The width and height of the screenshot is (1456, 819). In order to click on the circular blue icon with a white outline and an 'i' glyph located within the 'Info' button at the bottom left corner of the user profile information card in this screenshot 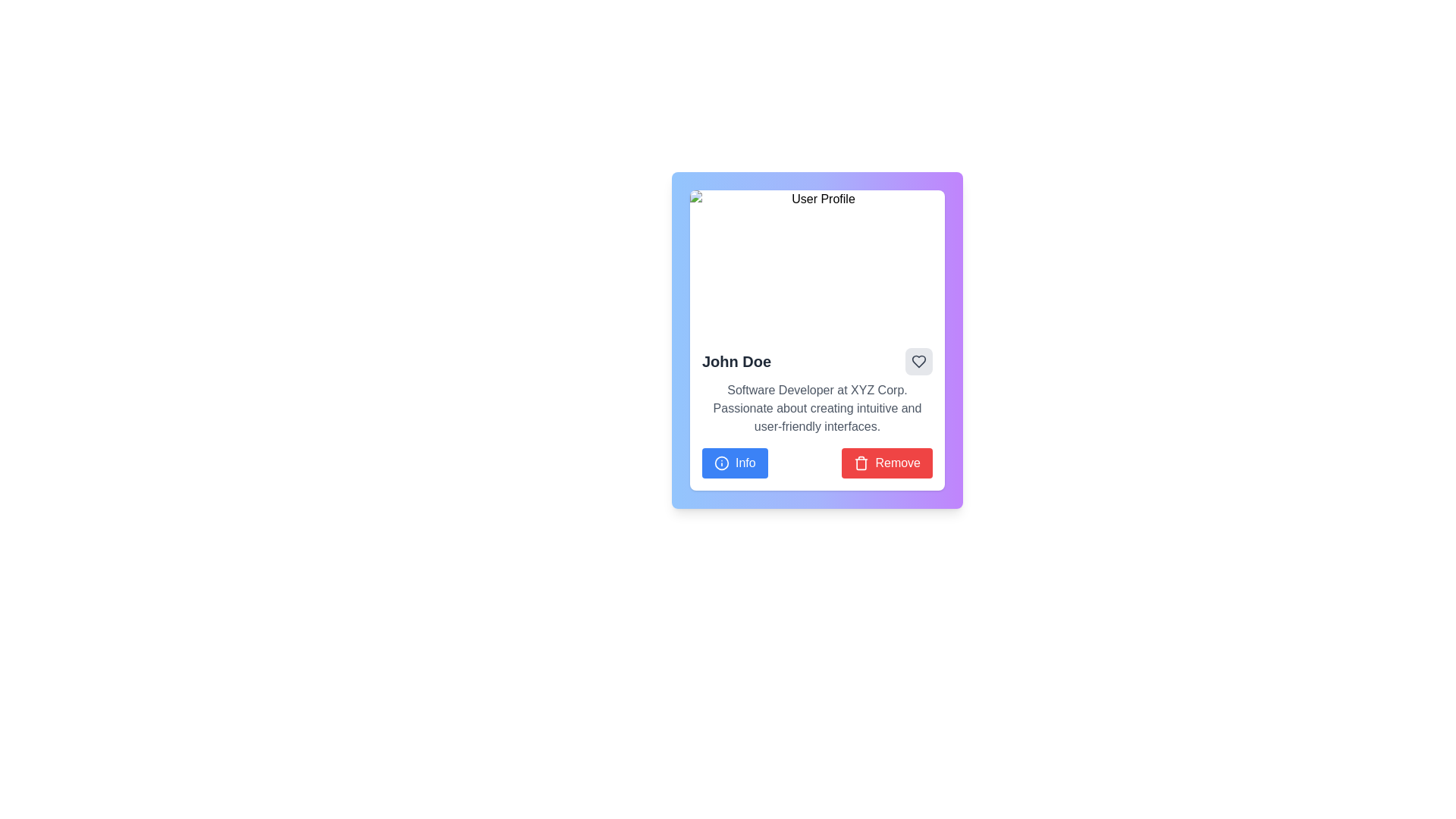, I will do `click(720, 462)`.